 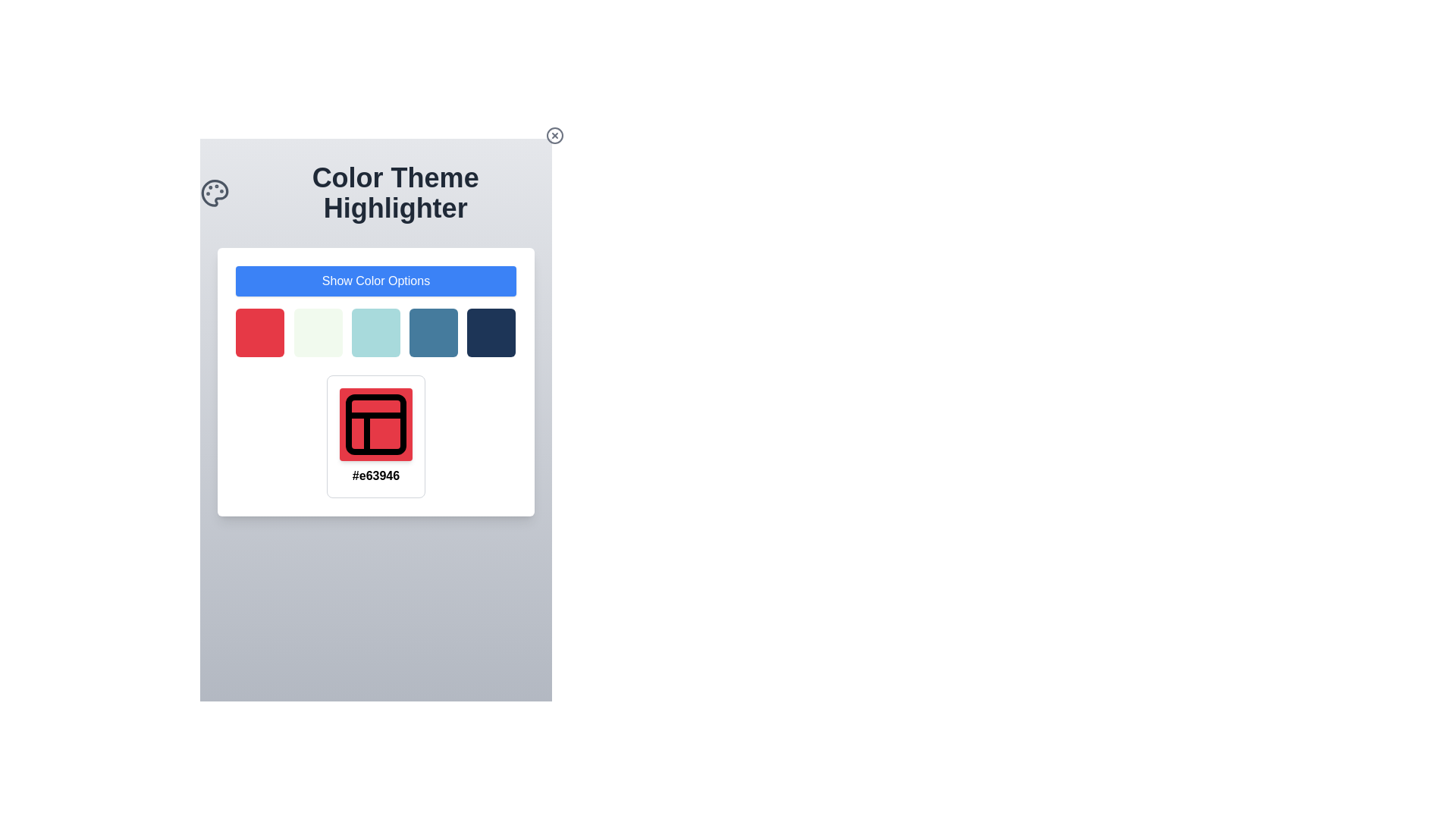 I want to click on the dark blue button with rounded corners located at the far right of a horizontal grid of five buttons, so click(x=491, y=332).